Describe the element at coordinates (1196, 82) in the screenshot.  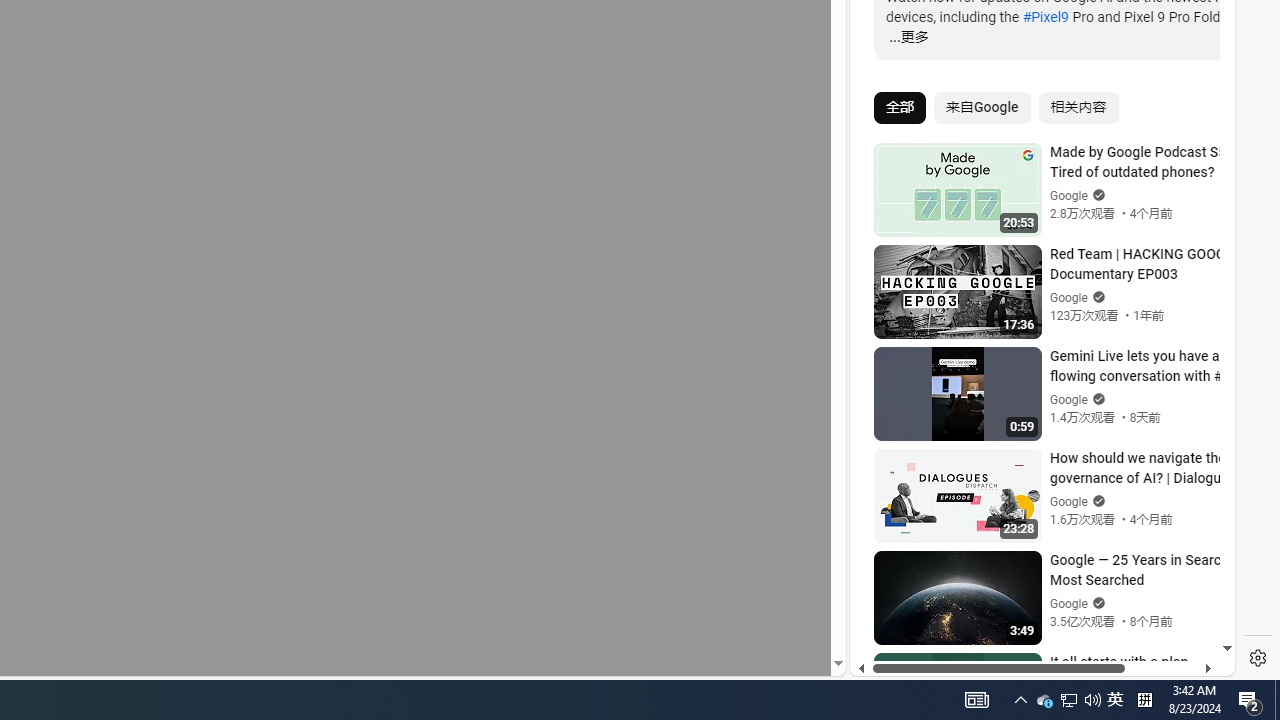
I see `'Click to scroll right'` at that location.